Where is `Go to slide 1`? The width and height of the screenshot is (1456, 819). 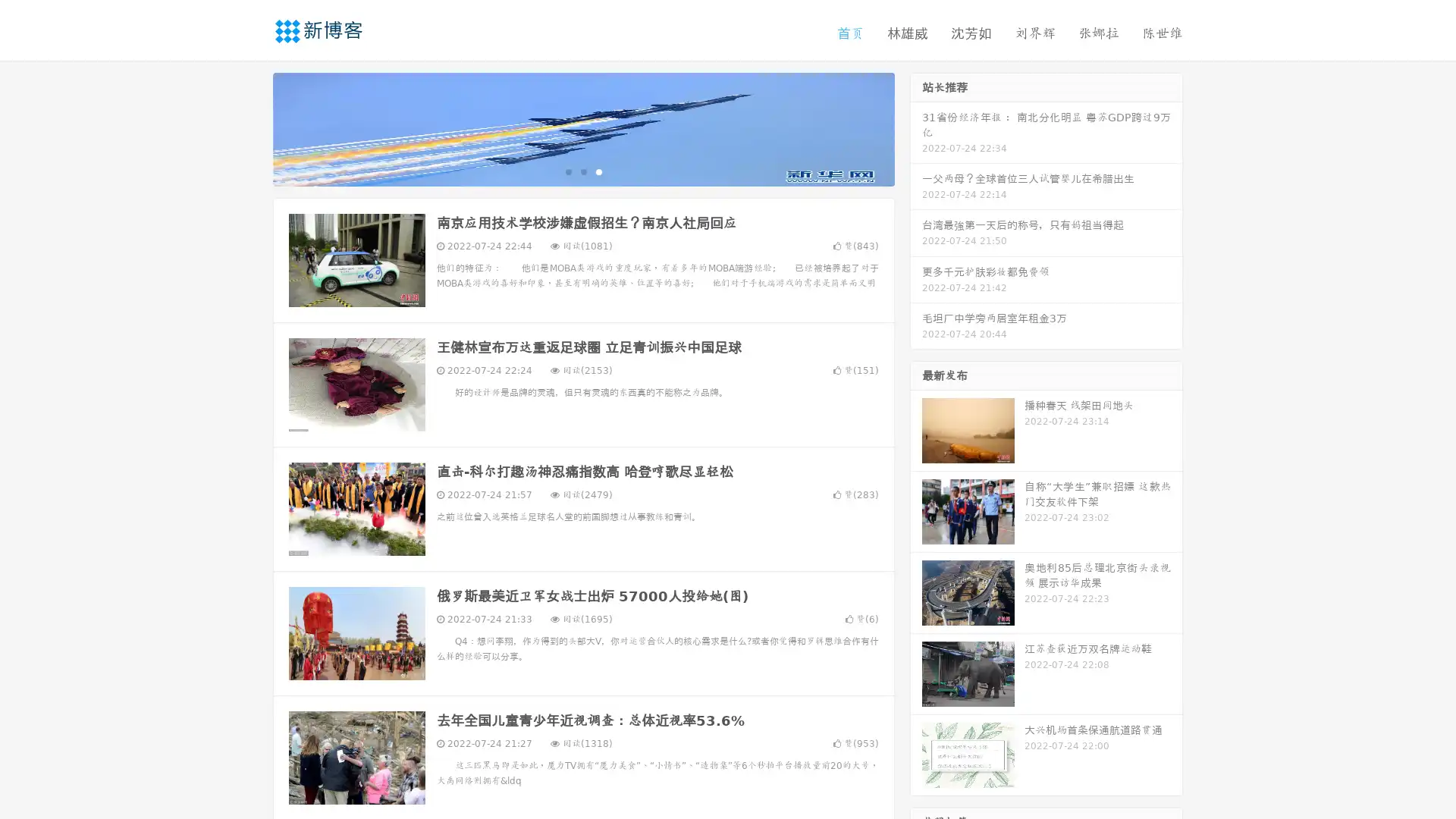
Go to slide 1 is located at coordinates (567, 171).